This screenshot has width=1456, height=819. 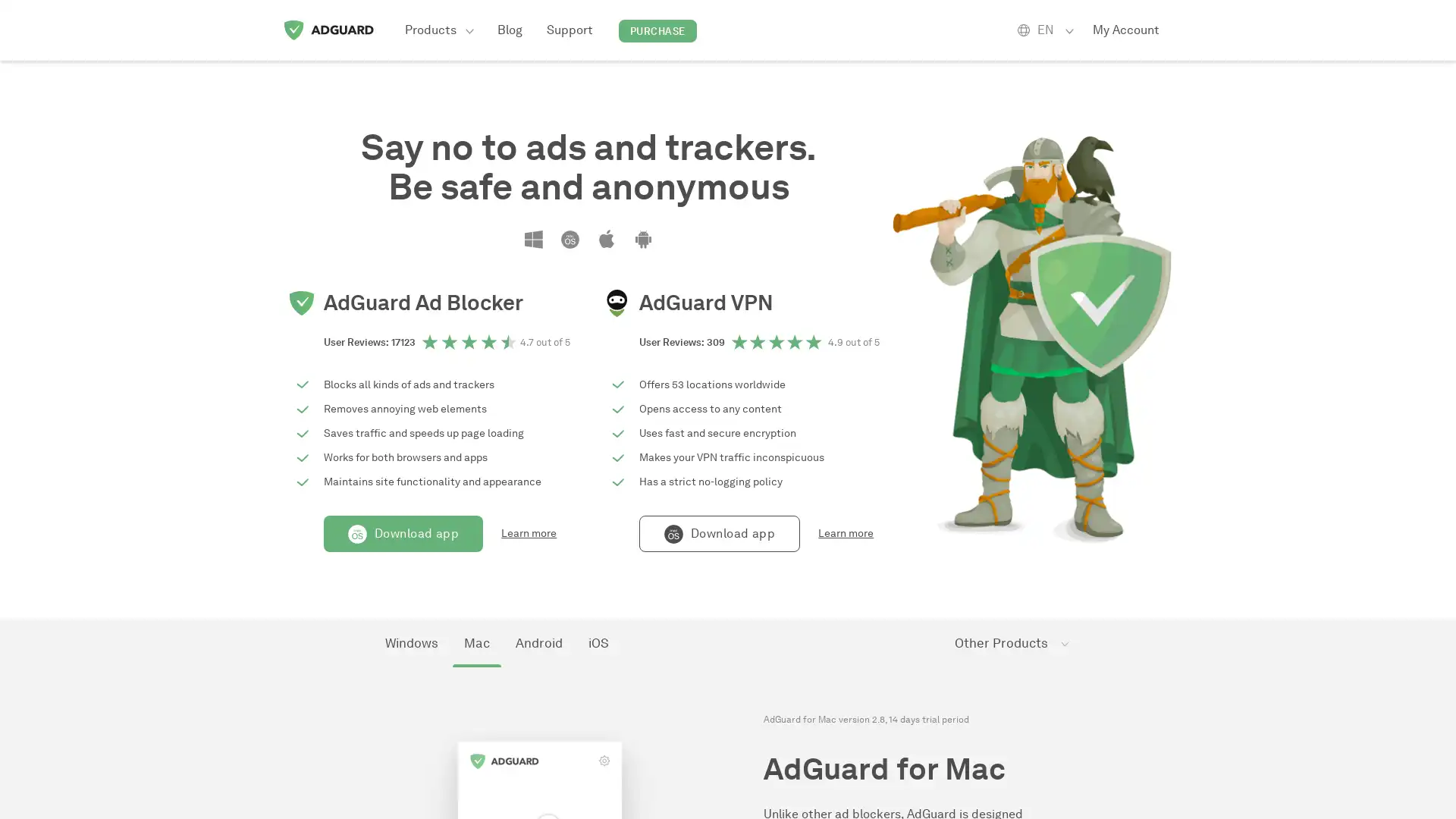 What do you see at coordinates (475, 643) in the screenshot?
I see `Mac` at bounding box center [475, 643].